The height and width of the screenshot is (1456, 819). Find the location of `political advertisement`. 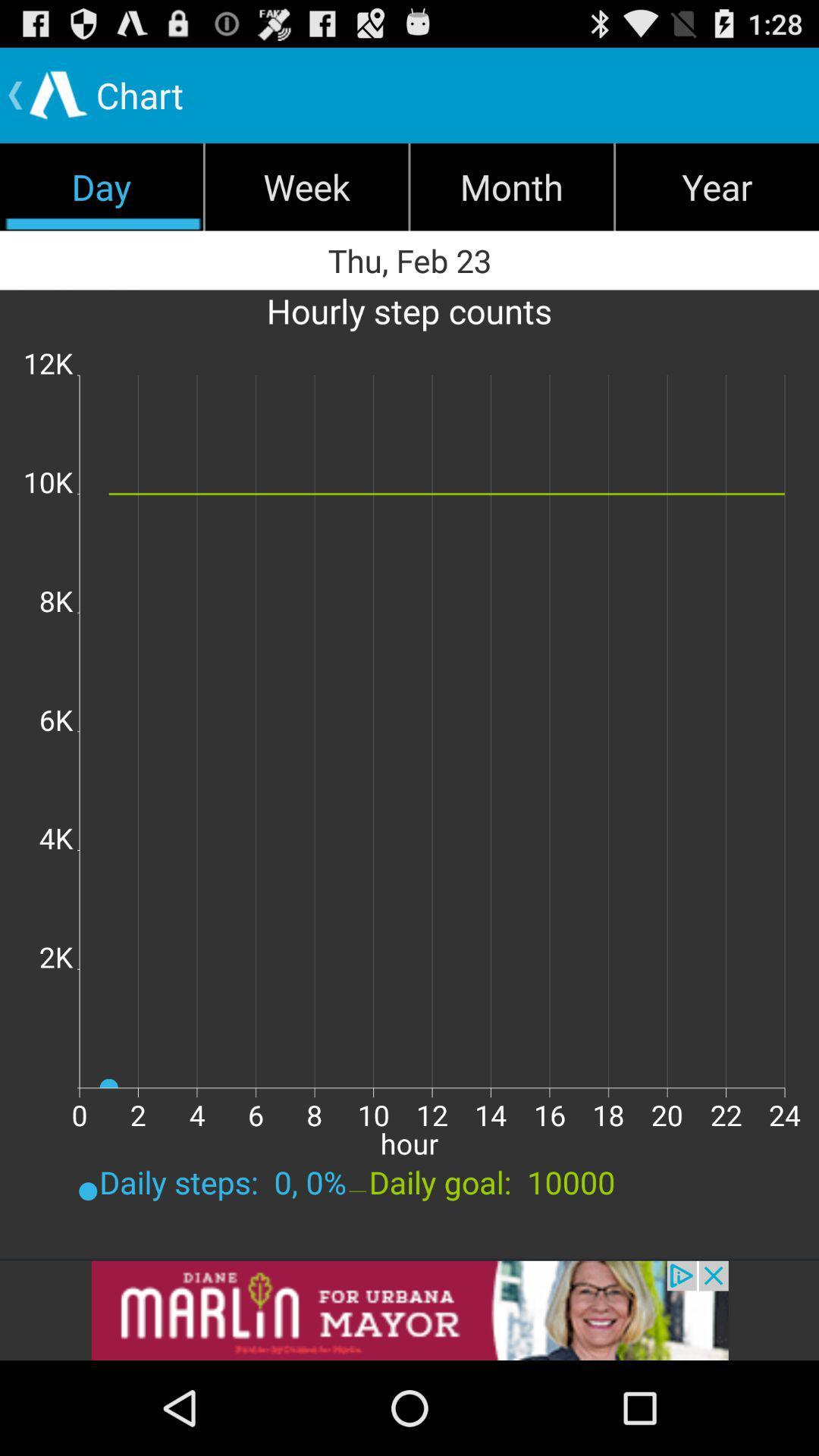

political advertisement is located at coordinates (409, 1310).